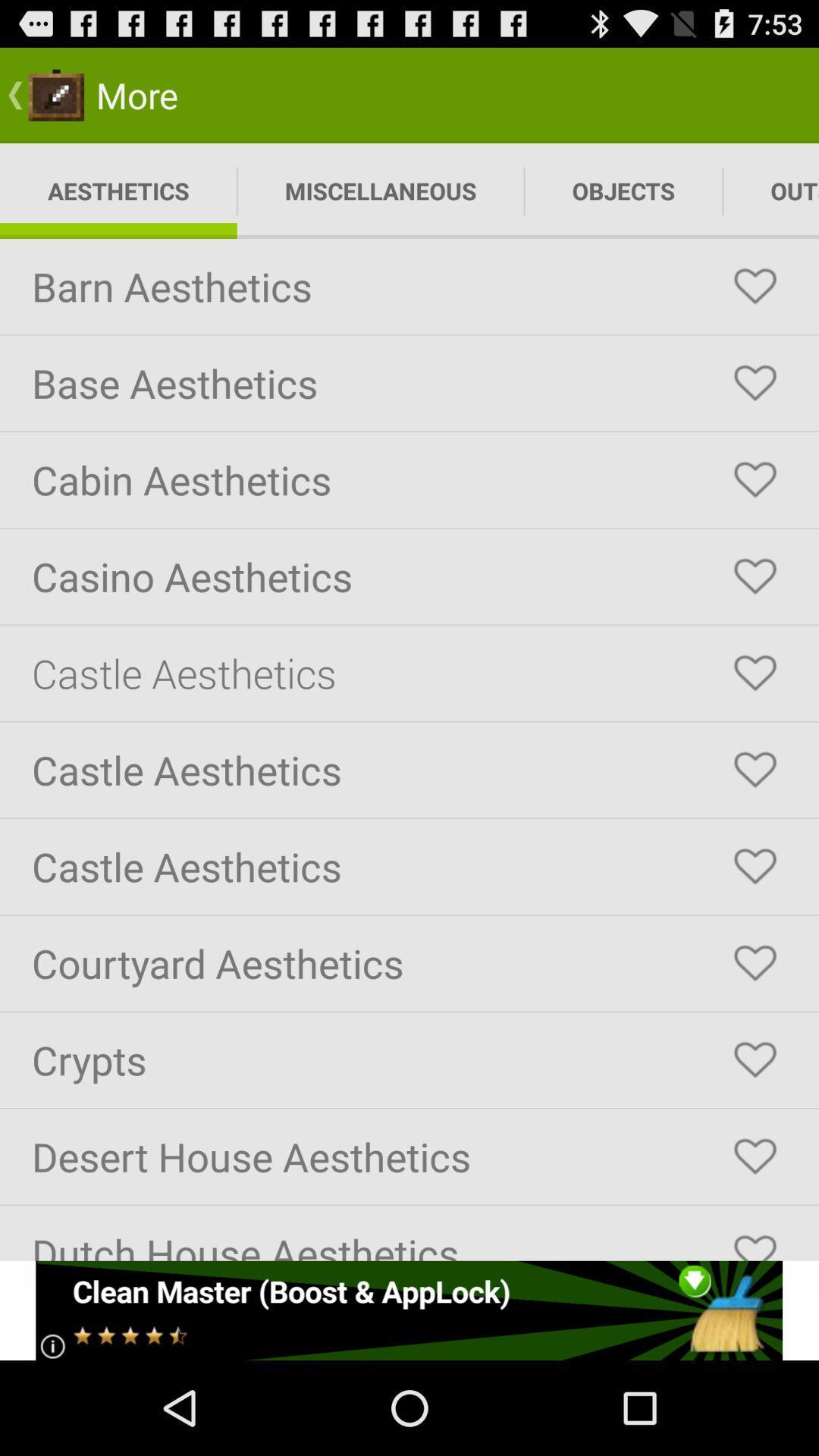 The height and width of the screenshot is (1456, 819). Describe the element at coordinates (755, 1156) in the screenshot. I see `heart` at that location.